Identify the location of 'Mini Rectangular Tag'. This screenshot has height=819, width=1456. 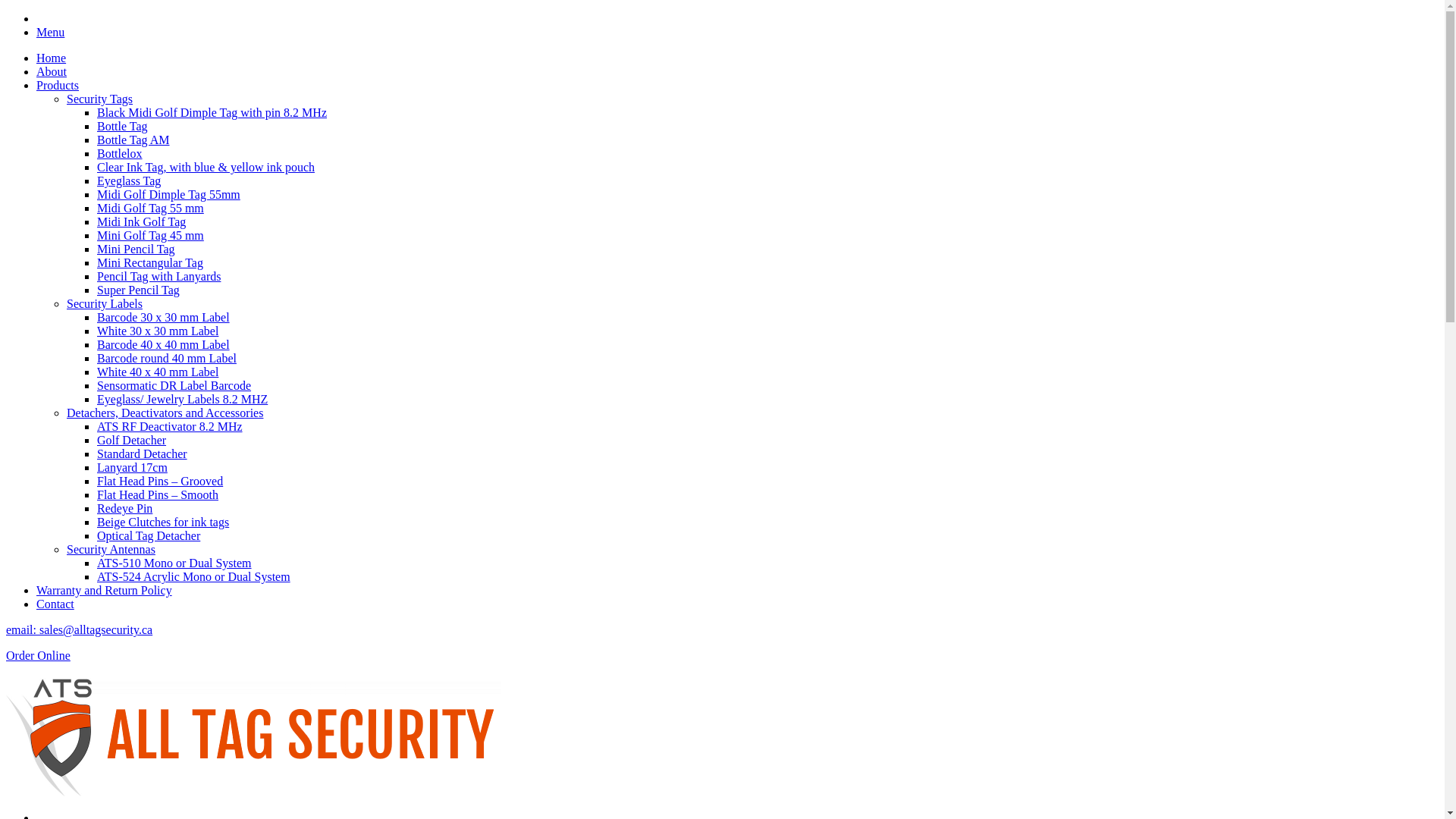
(149, 262).